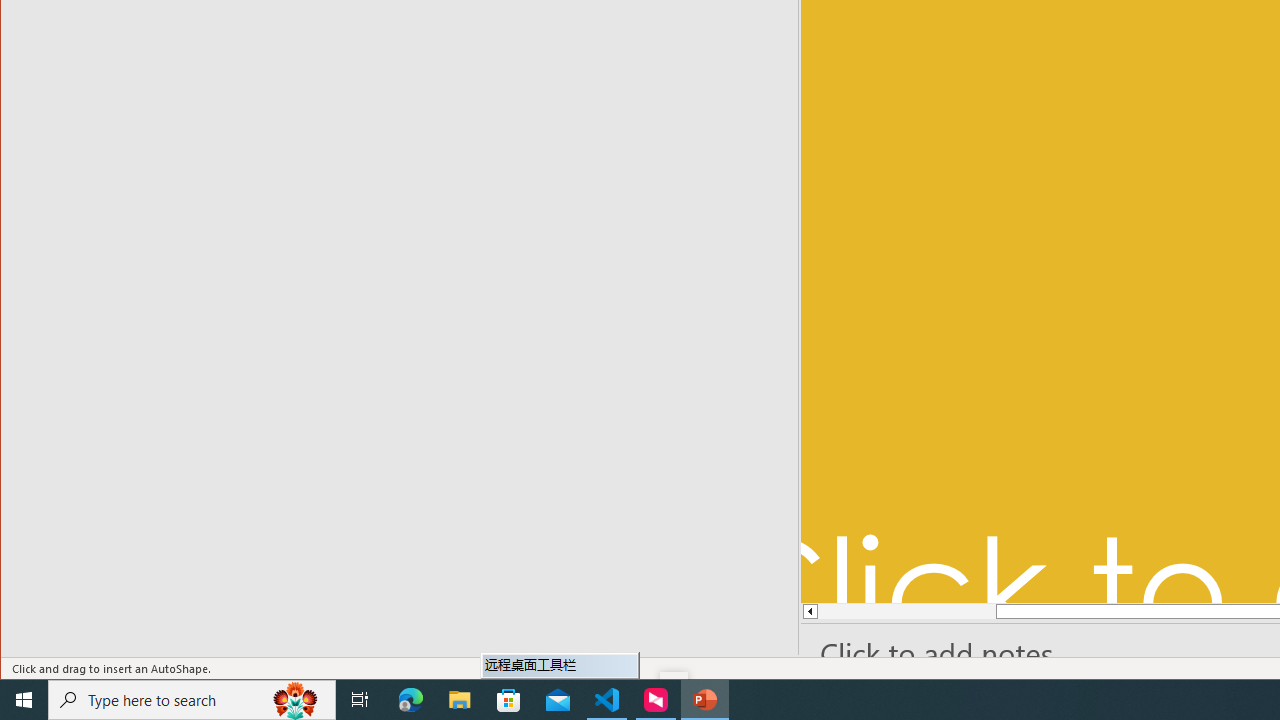 The width and height of the screenshot is (1280, 720). Describe the element at coordinates (192, 698) in the screenshot. I see `'Type here to search'` at that location.